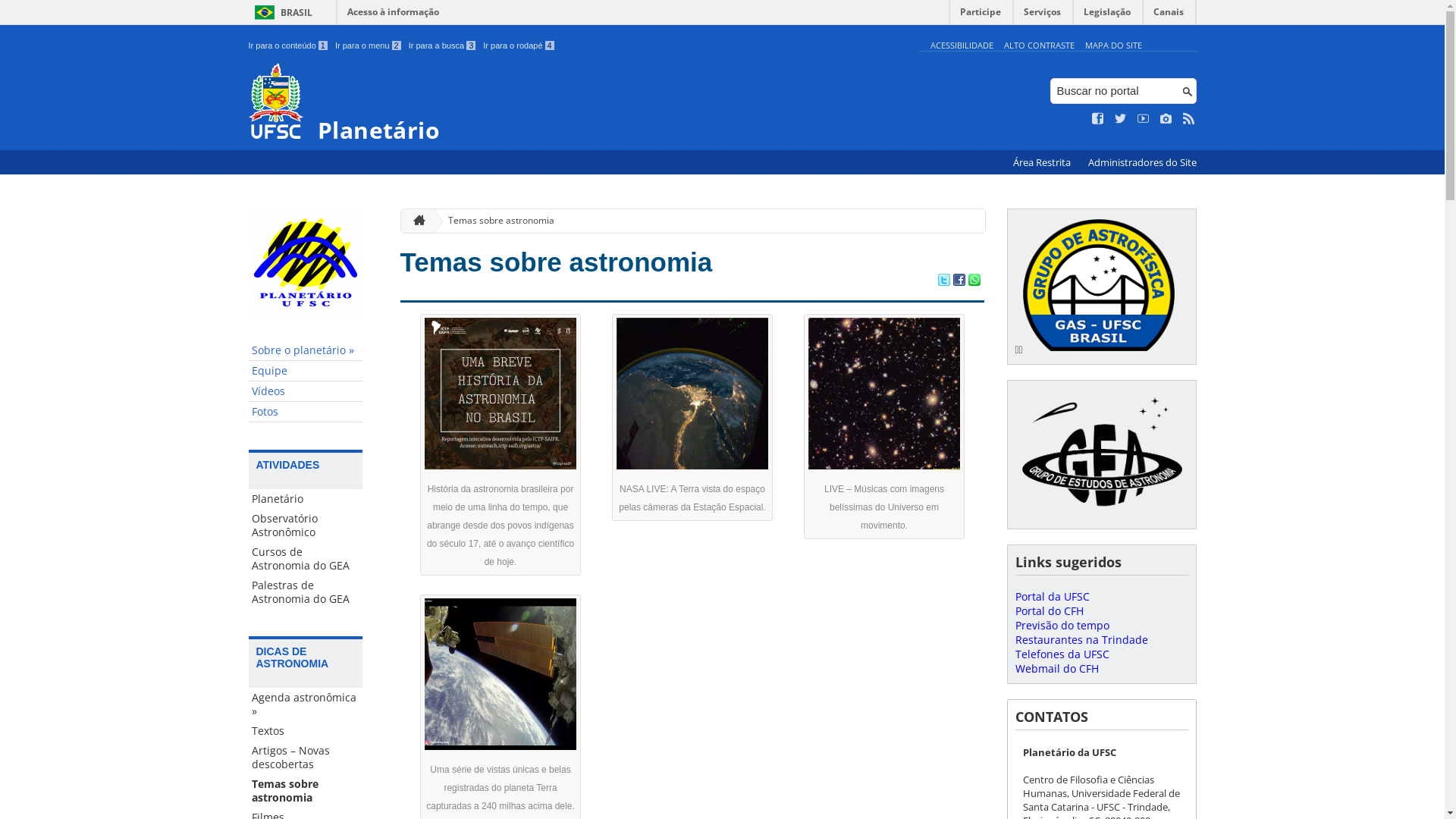 The height and width of the screenshot is (819, 1456). I want to click on 'BRASIL', so click(281, 12).